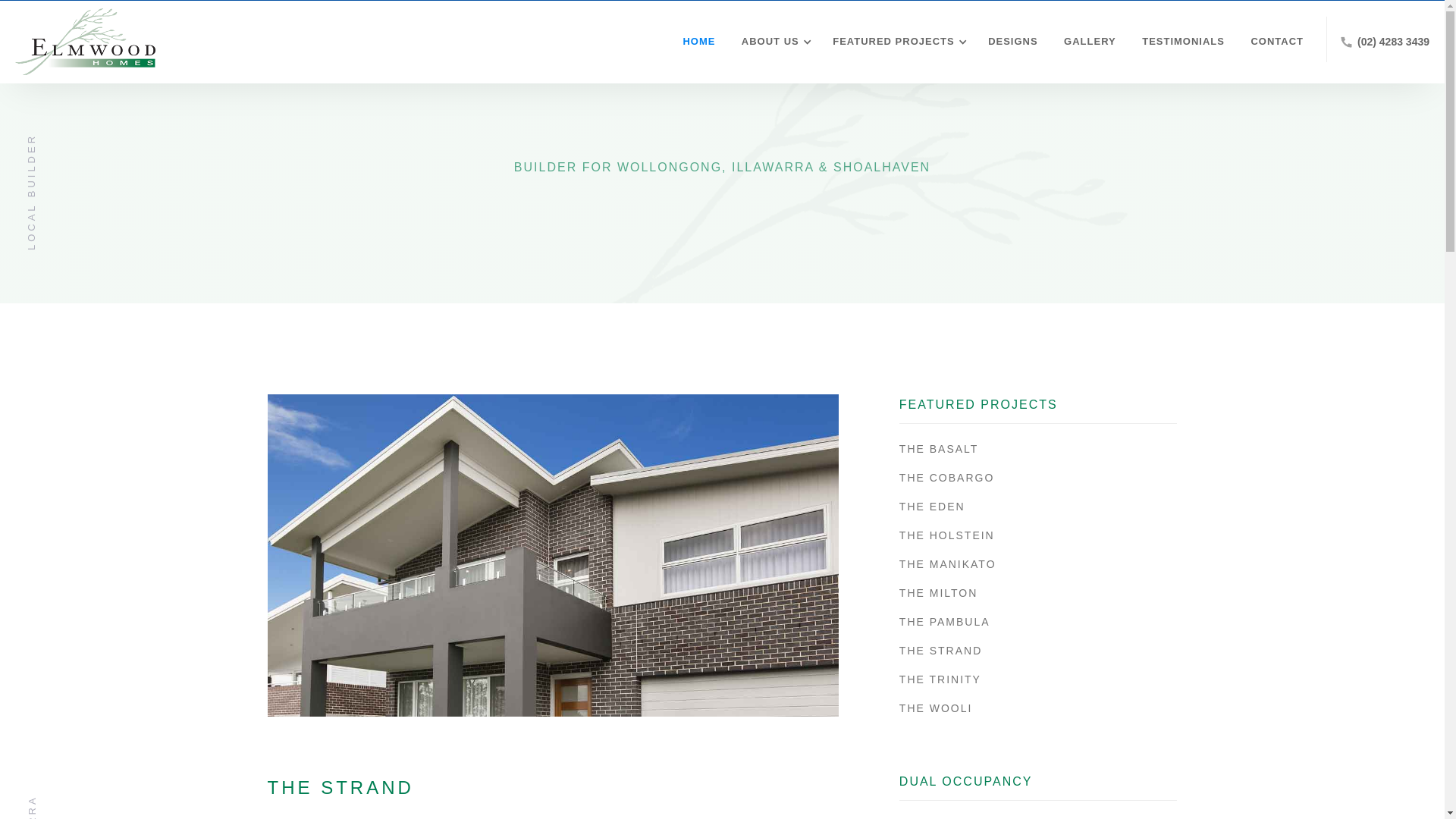 The width and height of the screenshot is (1456, 819). I want to click on 'TESTIMONIALS', so click(1178, 40).